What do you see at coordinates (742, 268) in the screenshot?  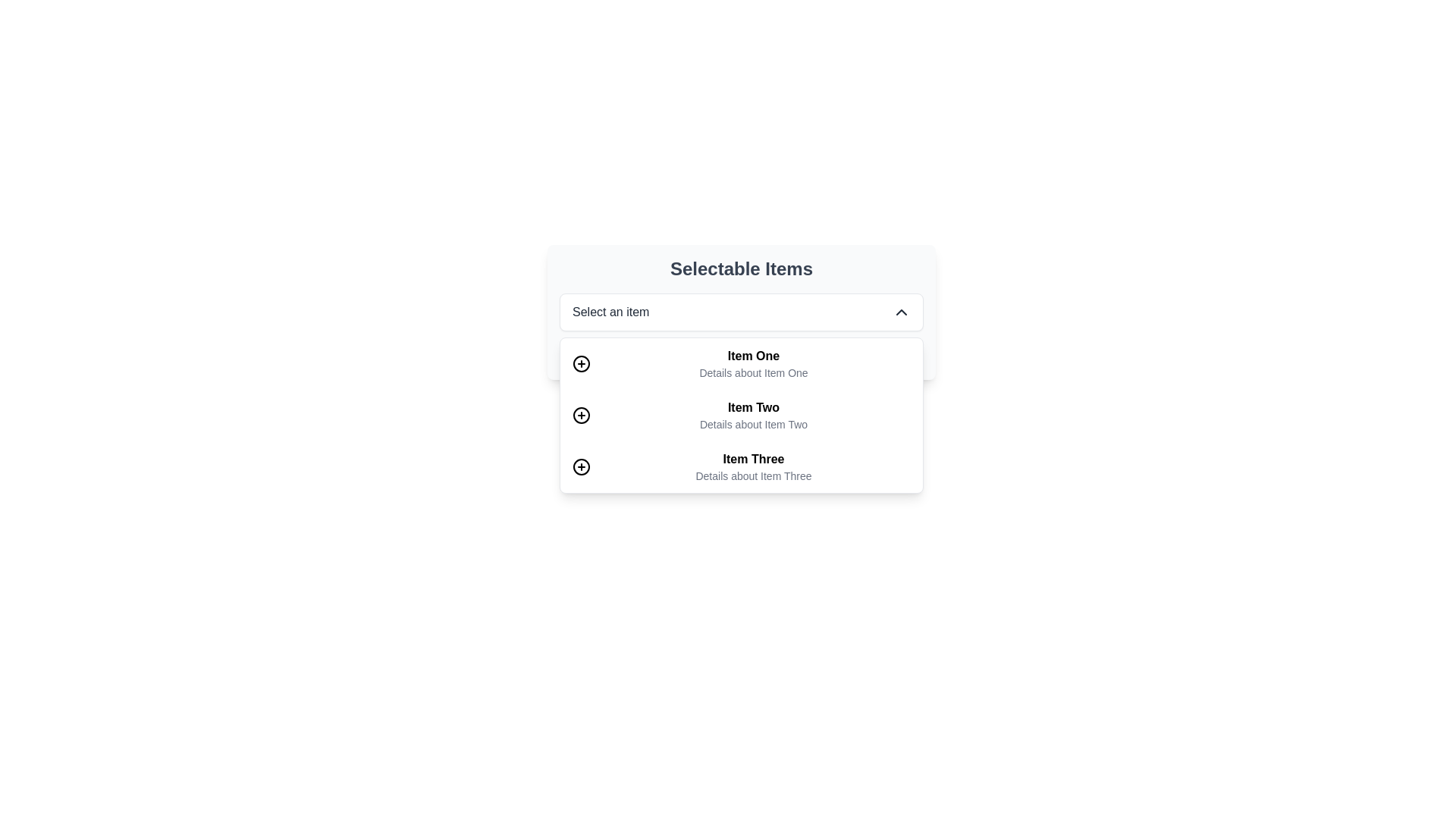 I see `the text label reading 'Selectable Items' which is prominently displayed at the top of a structured interface` at bounding box center [742, 268].